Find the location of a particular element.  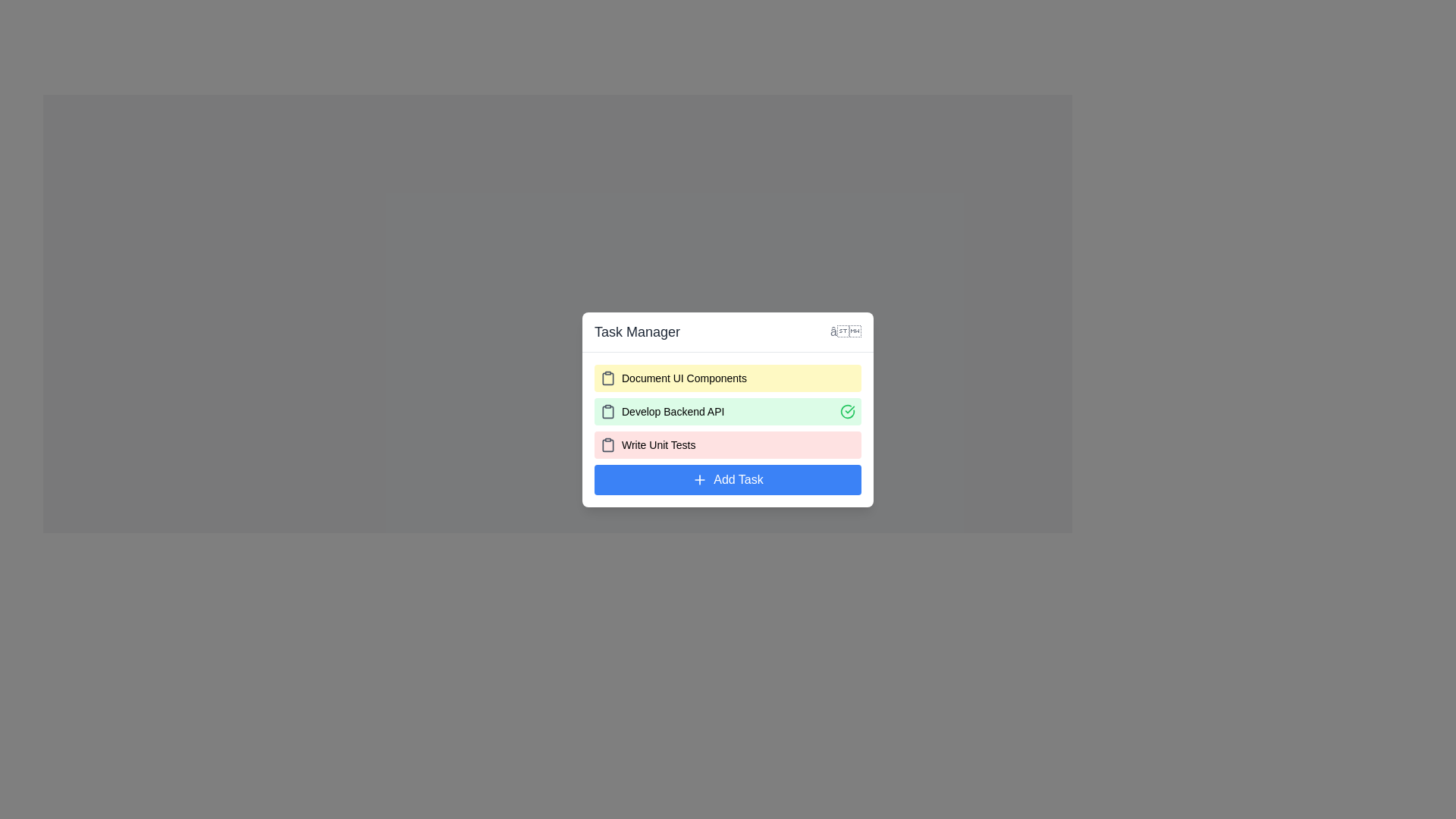

the text label element representing the task titled 'Develop Backend API', which is the second item in the list of tasks in the 'Task Manager' component is located at coordinates (662, 411).